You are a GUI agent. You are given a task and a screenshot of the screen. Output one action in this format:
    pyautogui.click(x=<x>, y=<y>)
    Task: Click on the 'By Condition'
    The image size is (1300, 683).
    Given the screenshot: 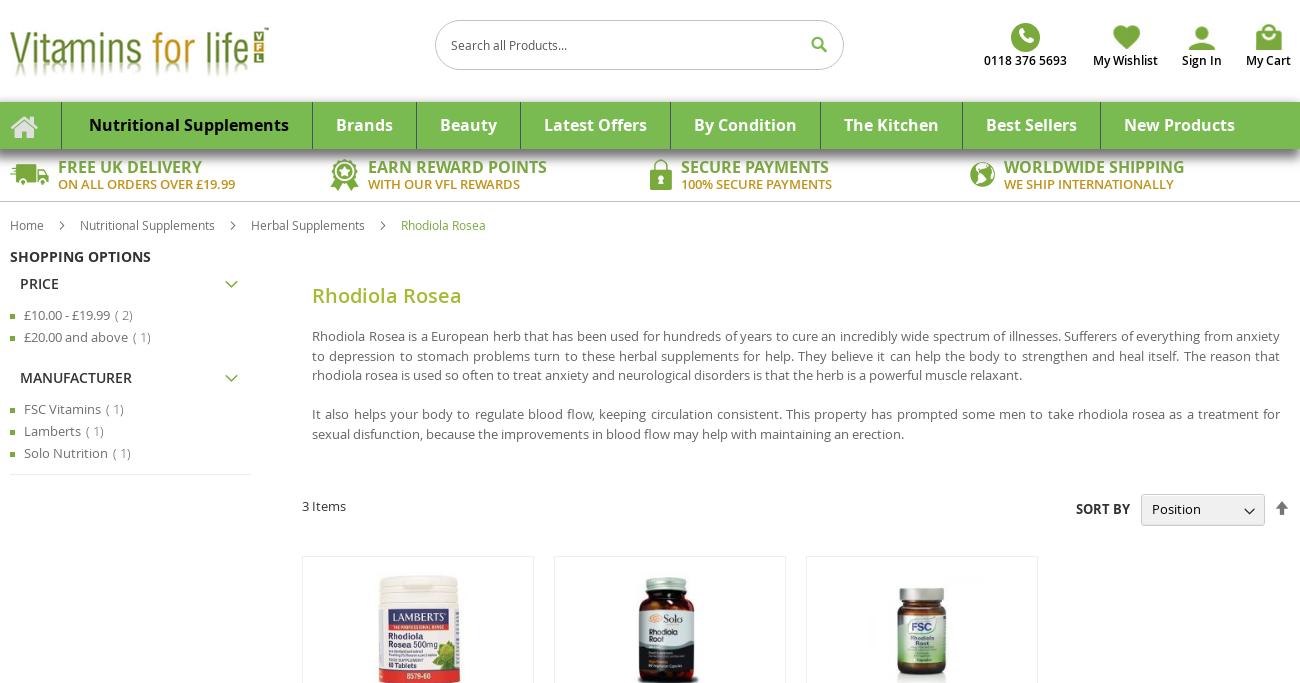 What is the action you would take?
    pyautogui.click(x=745, y=124)
    